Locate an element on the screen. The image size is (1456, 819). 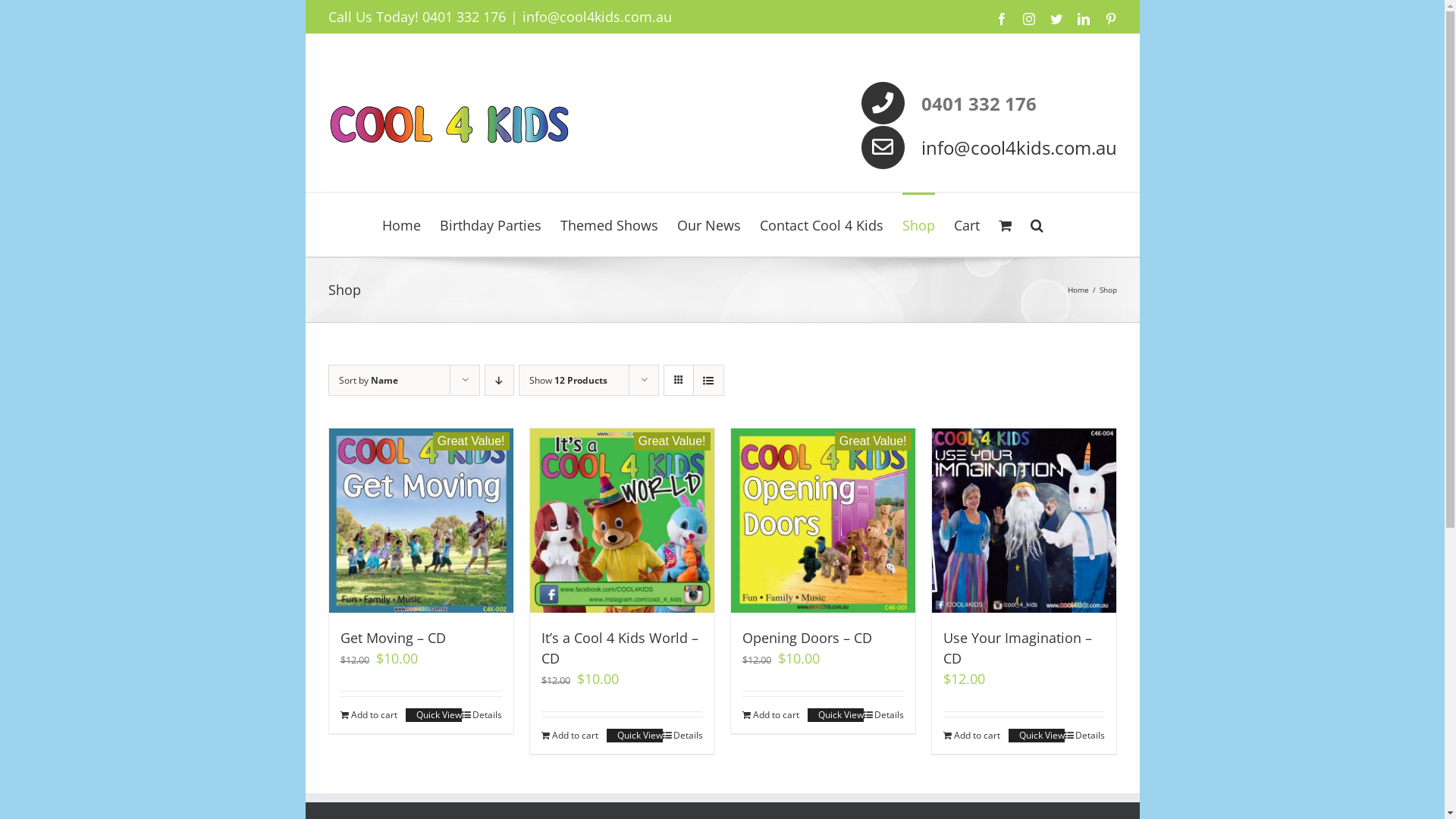
'Twitter' is located at coordinates (1048, 18).